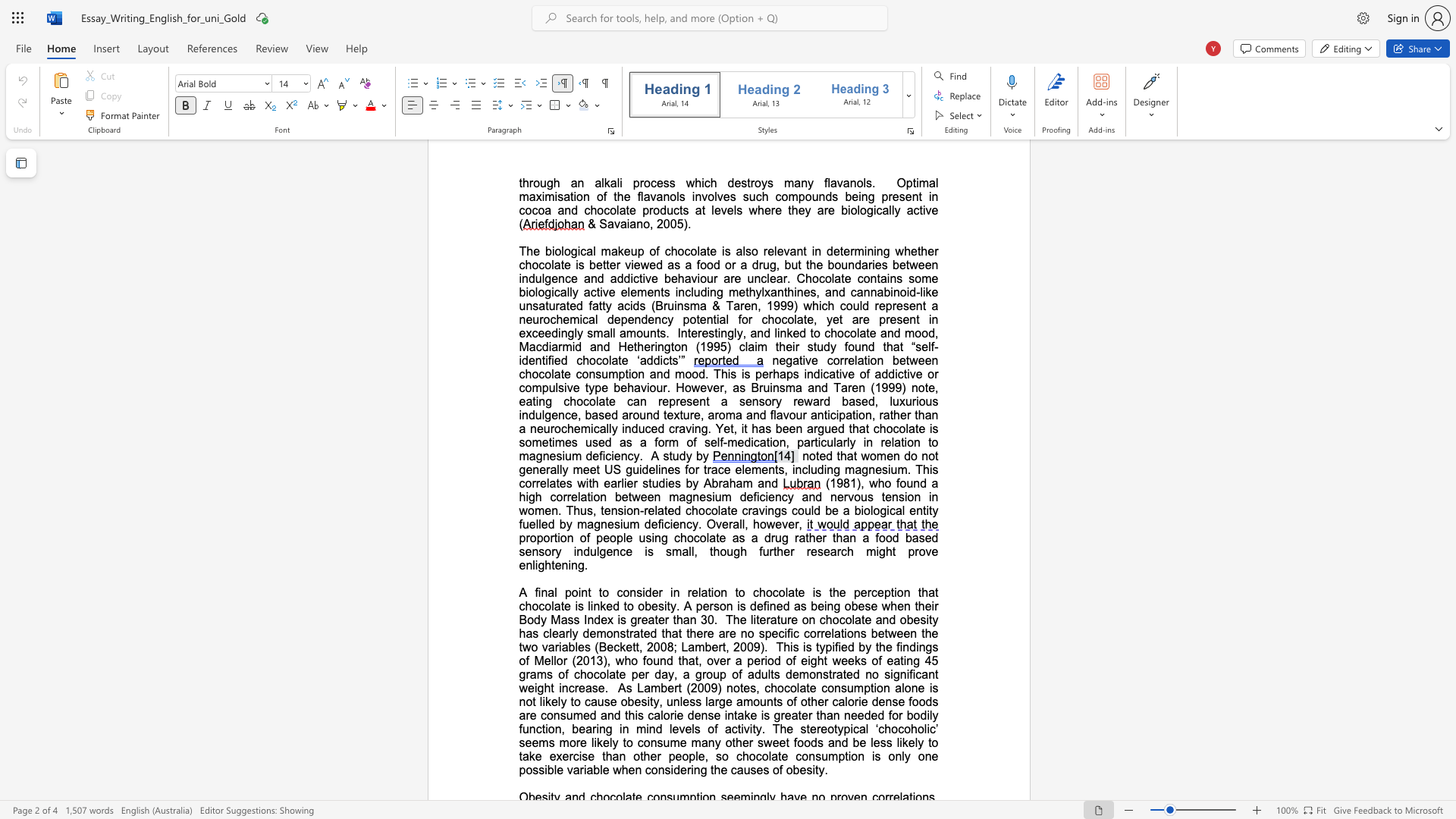  What do you see at coordinates (824, 620) in the screenshot?
I see `the subset text "hocolate and obesit" within the text "The literature on chocolate and obesity has clearly"` at bounding box center [824, 620].